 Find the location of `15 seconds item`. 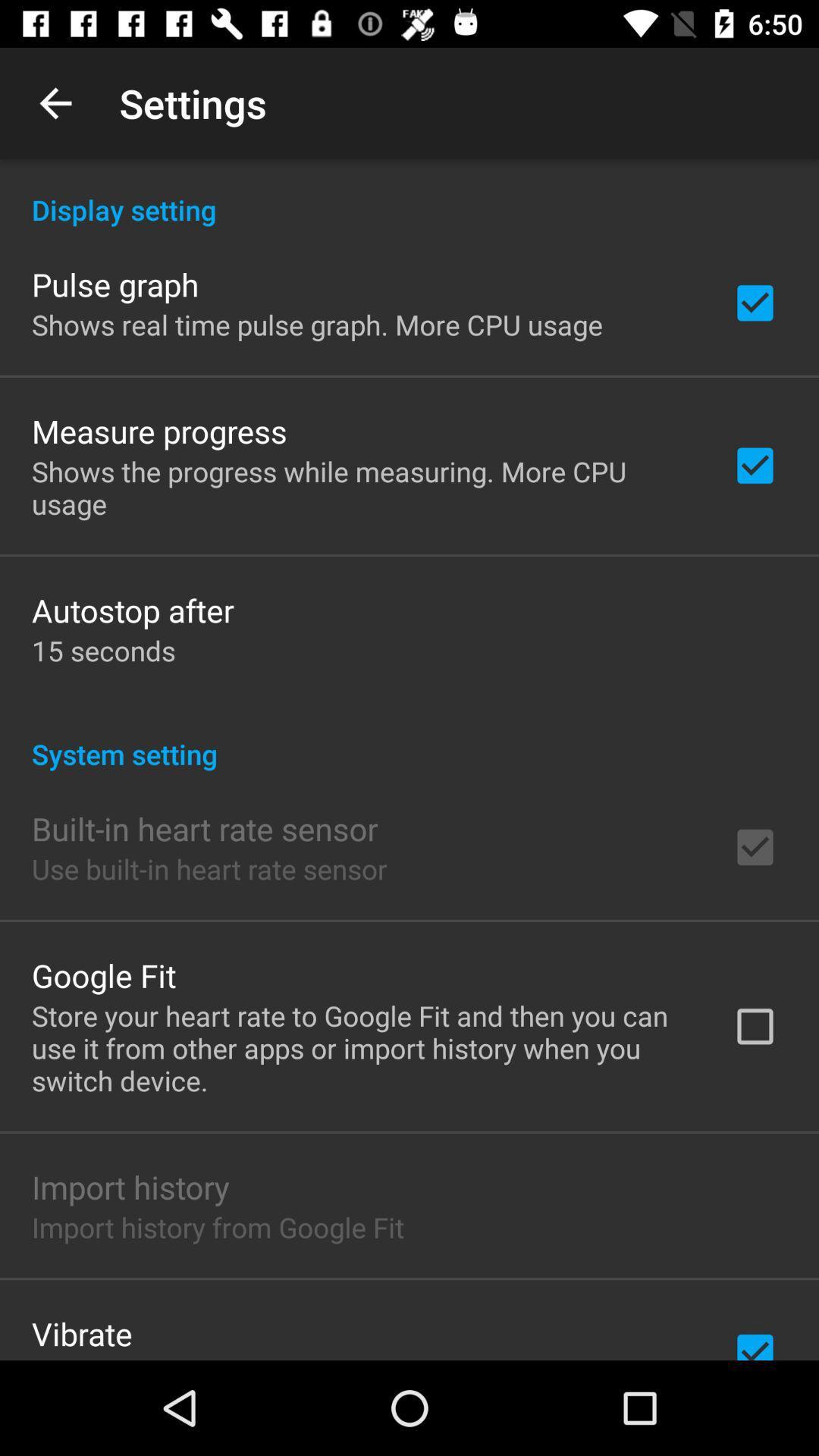

15 seconds item is located at coordinates (102, 651).